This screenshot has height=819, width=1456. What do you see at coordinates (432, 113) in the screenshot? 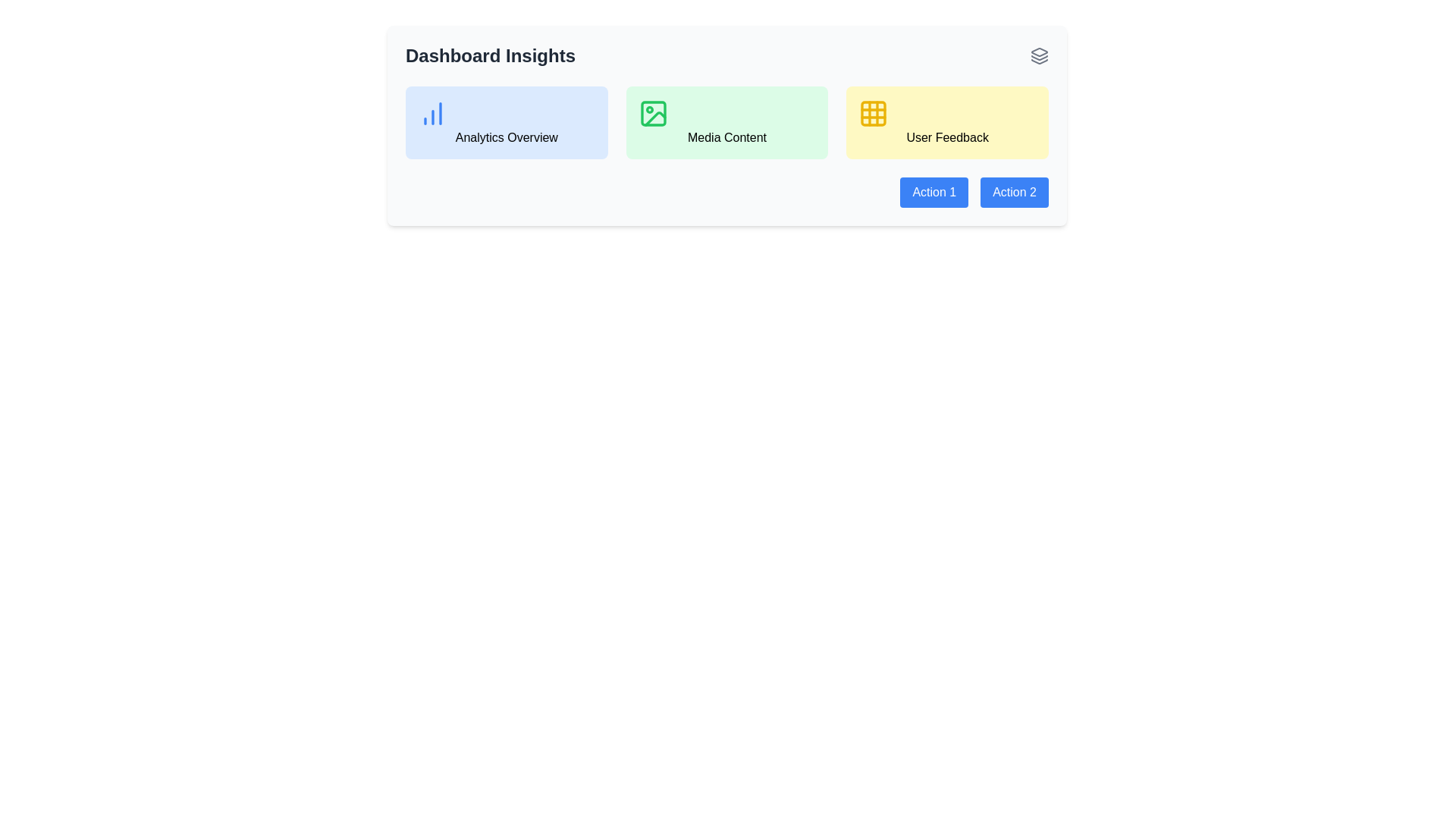
I see `the column-style chart icon in the 'Analytics Overview' section of the 'Dashboard Insights' panel, which is characterized by three vertical bars of increasing height and styled in blue, positioned to the left of the 'Analytics Overview' label` at bounding box center [432, 113].